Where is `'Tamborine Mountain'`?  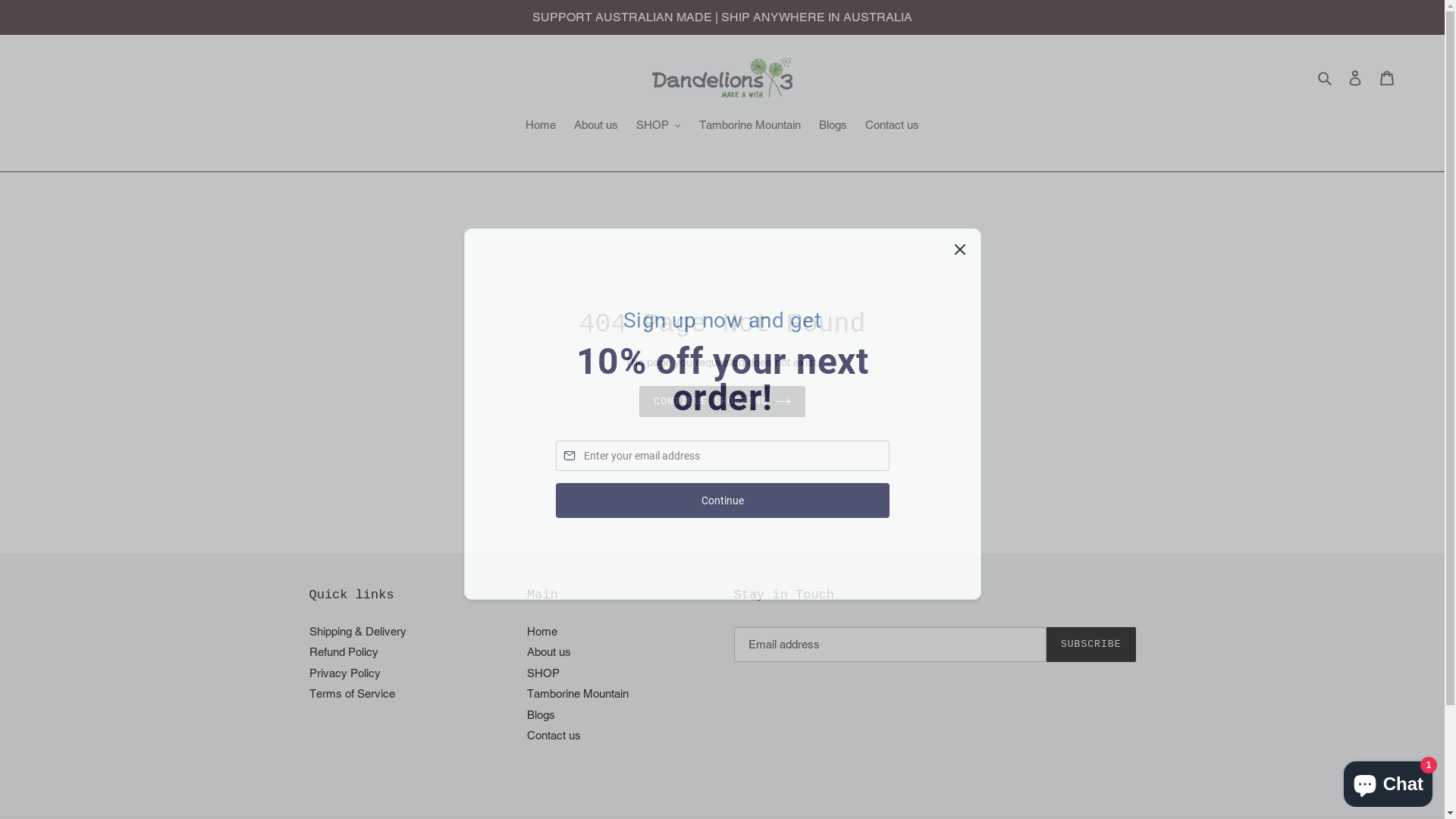 'Tamborine Mountain' is located at coordinates (527, 693).